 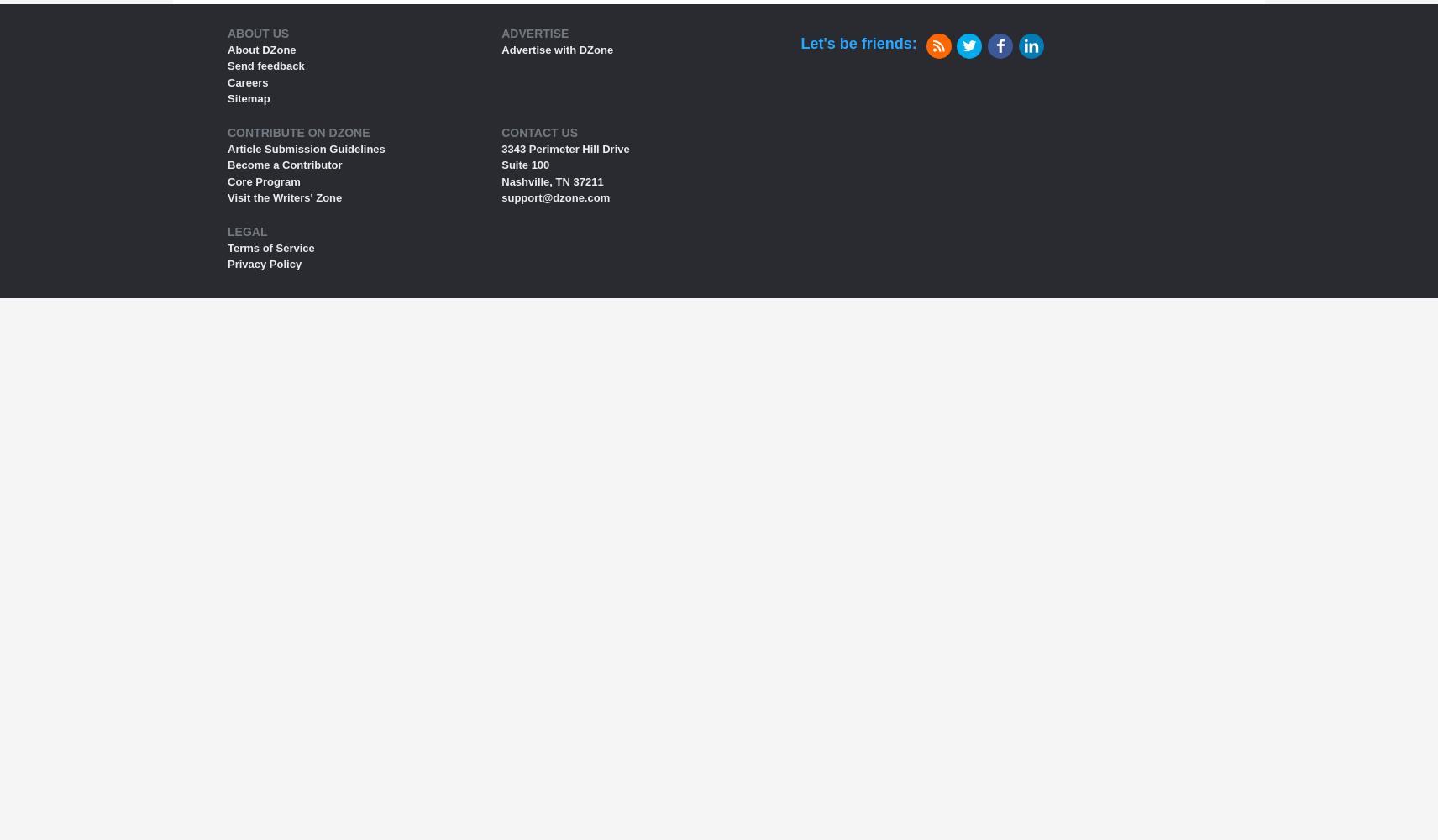 I want to click on 'support@dzone.com', so click(x=555, y=197).